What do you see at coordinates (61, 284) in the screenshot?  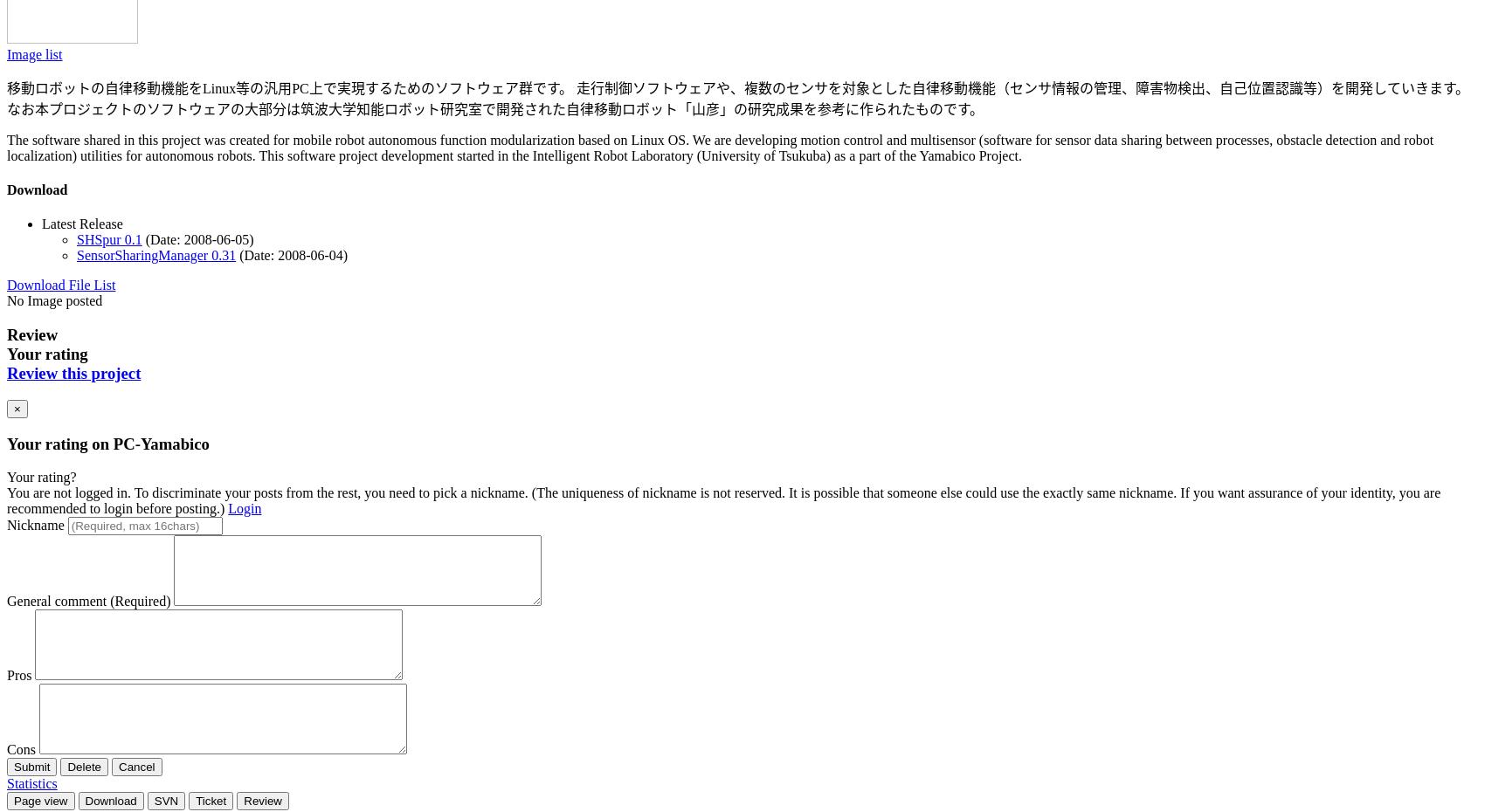 I see `'Download File List'` at bounding box center [61, 284].